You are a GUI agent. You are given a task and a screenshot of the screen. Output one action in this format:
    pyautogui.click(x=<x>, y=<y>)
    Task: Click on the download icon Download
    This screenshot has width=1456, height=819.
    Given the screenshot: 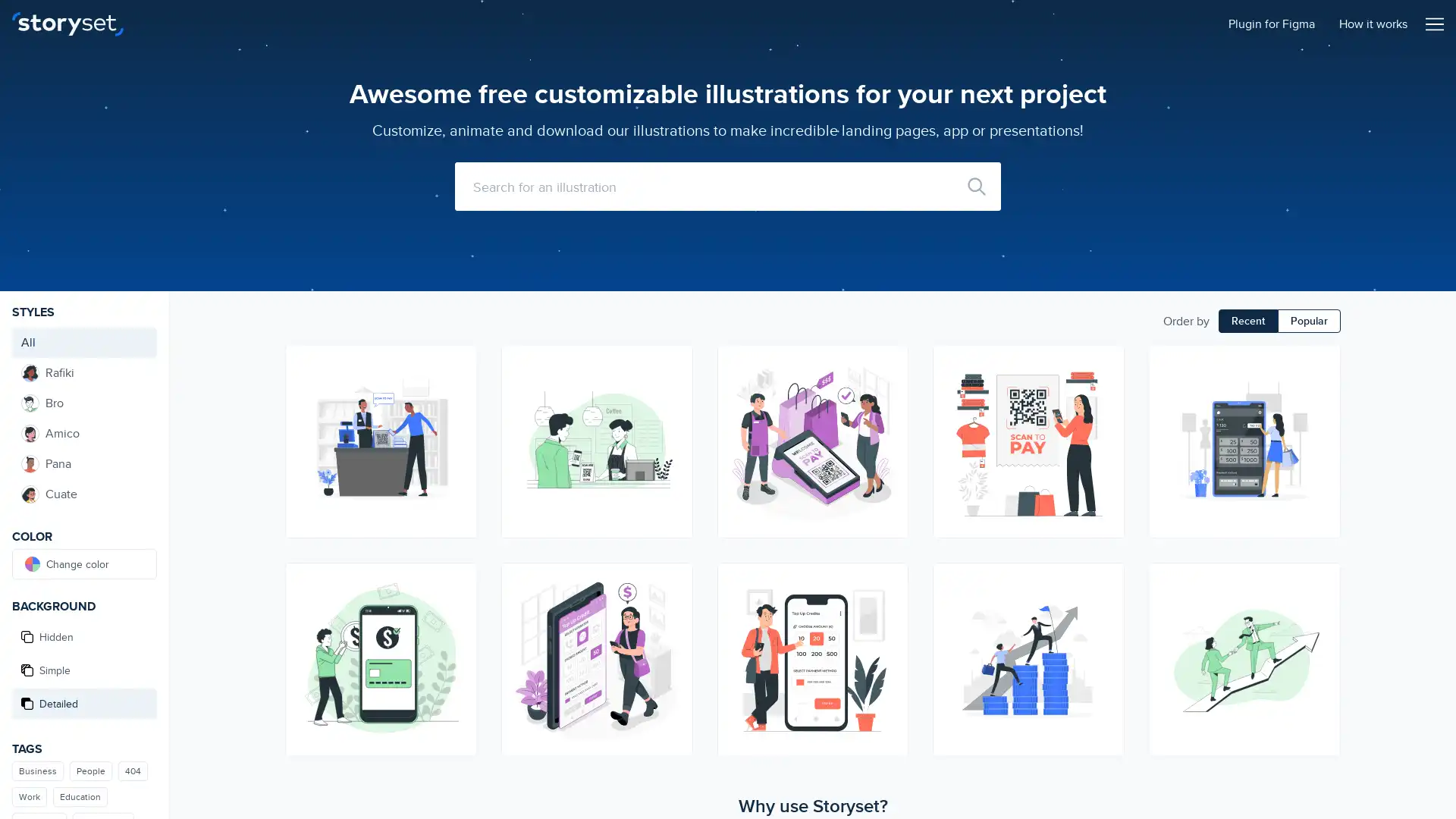 What is the action you would take?
    pyautogui.click(x=889, y=391)
    